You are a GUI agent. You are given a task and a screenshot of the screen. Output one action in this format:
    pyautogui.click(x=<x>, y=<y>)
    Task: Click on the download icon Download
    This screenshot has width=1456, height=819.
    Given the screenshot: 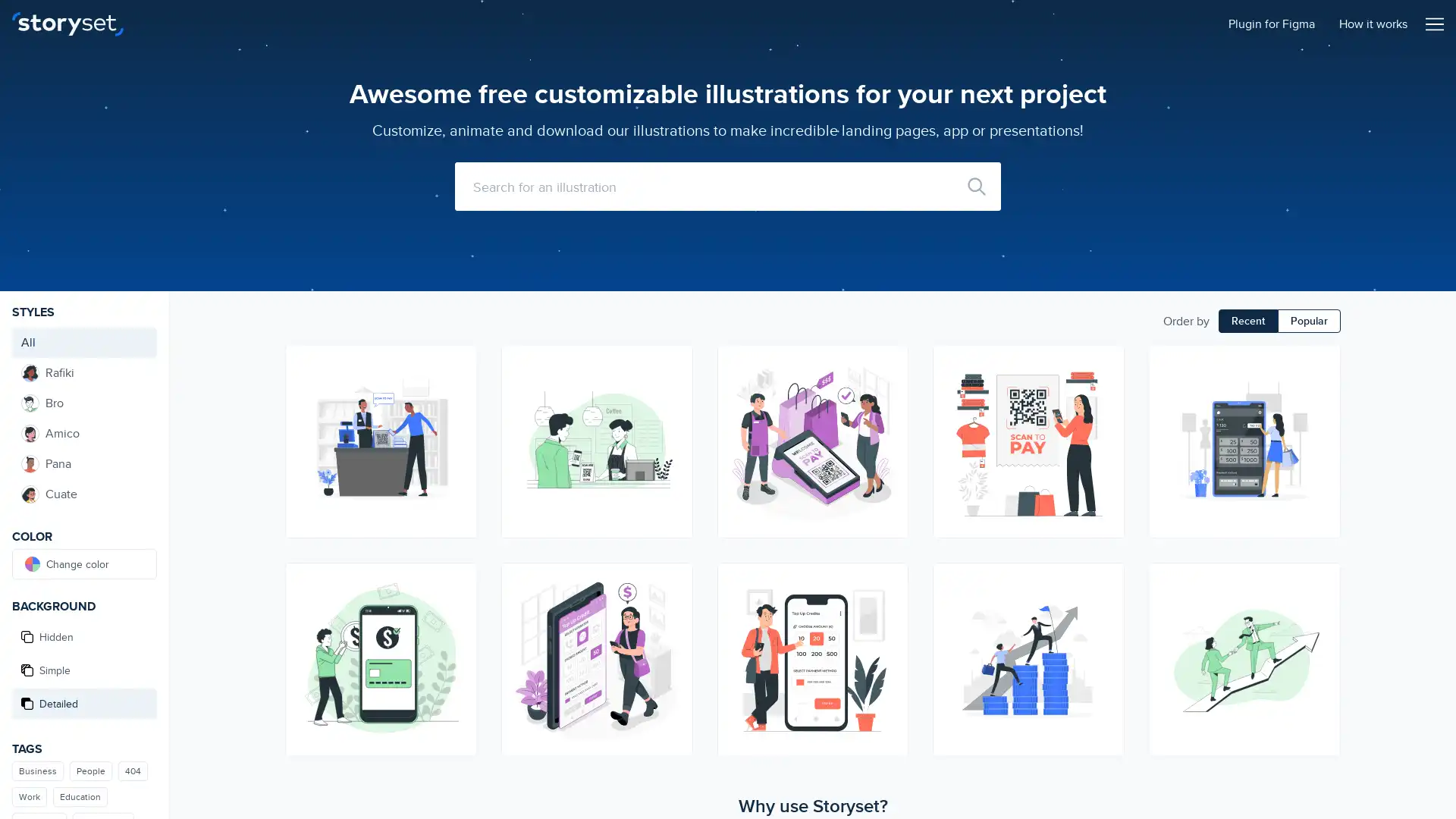 What is the action you would take?
    pyautogui.click(x=889, y=391)
    